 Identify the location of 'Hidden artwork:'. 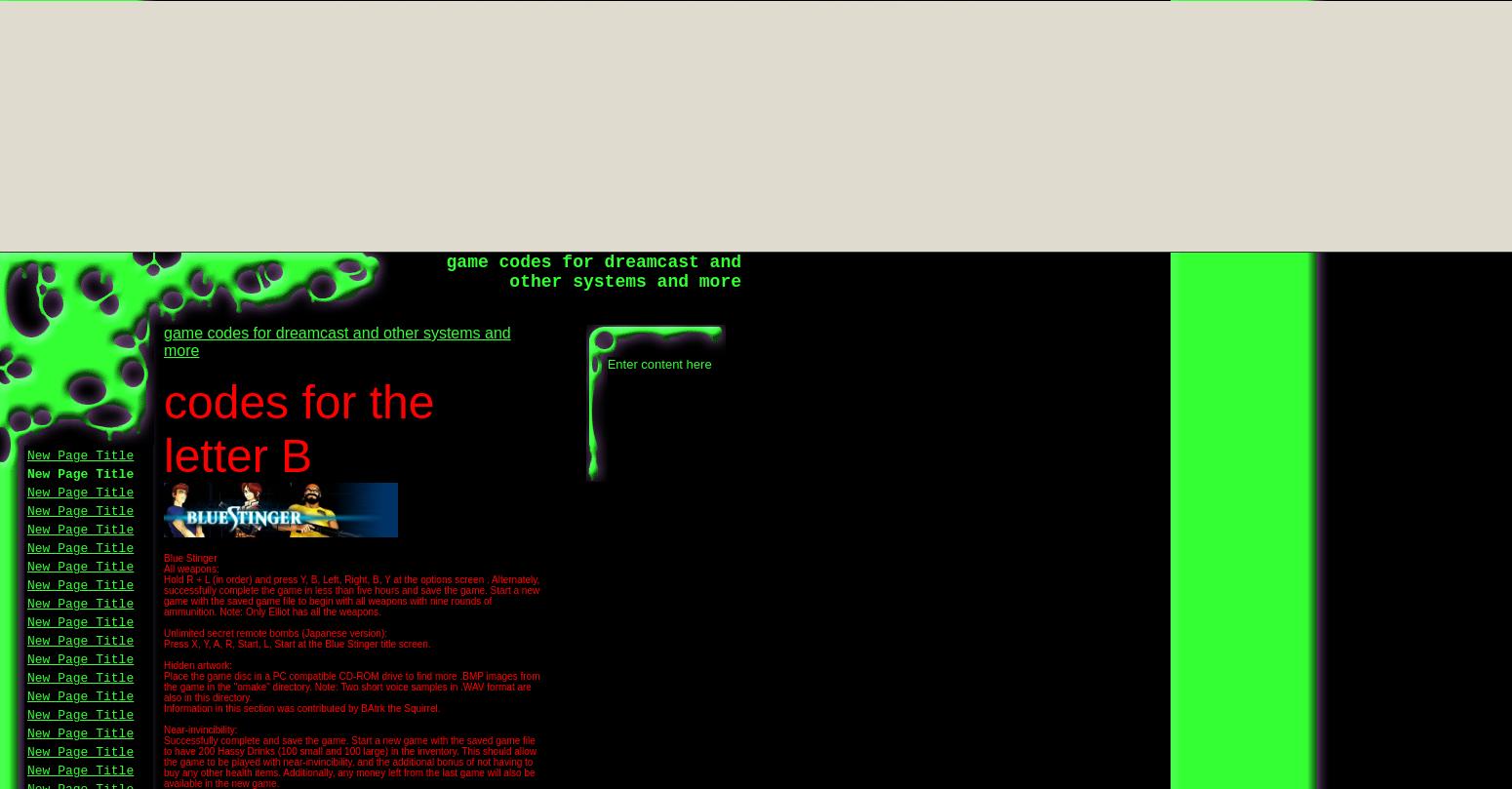
(197, 664).